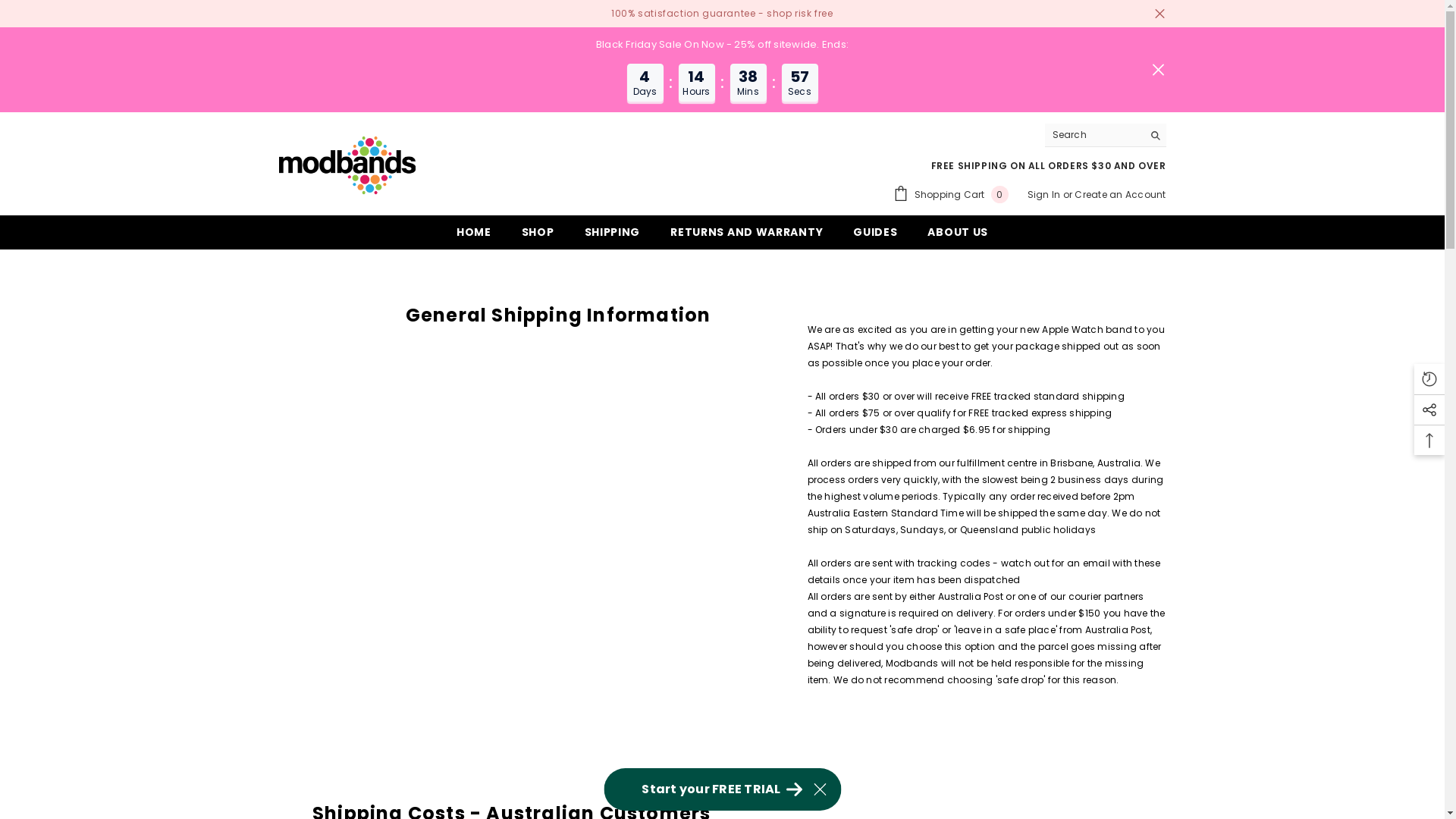  I want to click on 'SHIPPING', so click(568, 237).